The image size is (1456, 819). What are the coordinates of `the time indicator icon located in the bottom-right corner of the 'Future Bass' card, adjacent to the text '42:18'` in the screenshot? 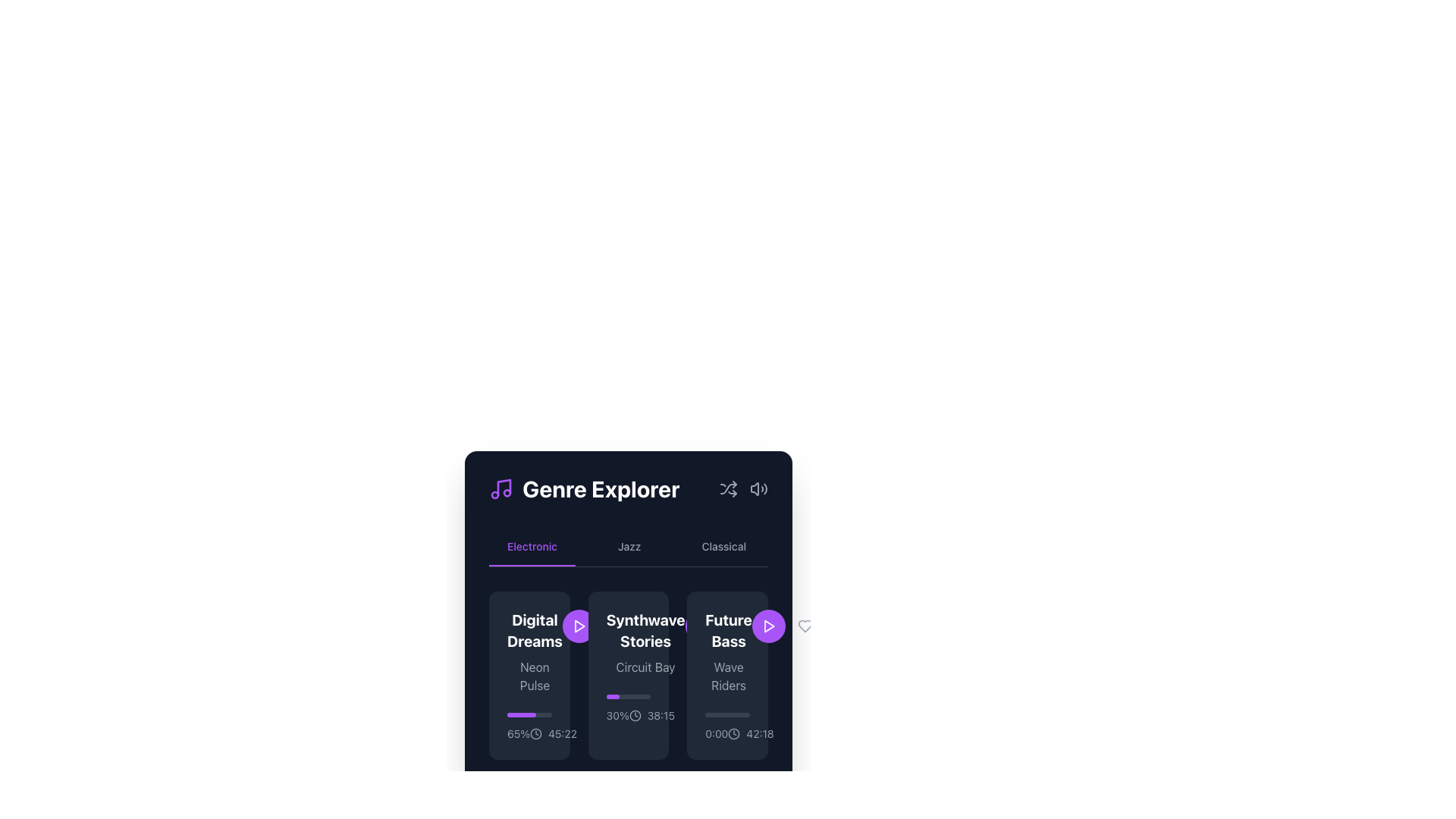 It's located at (734, 733).